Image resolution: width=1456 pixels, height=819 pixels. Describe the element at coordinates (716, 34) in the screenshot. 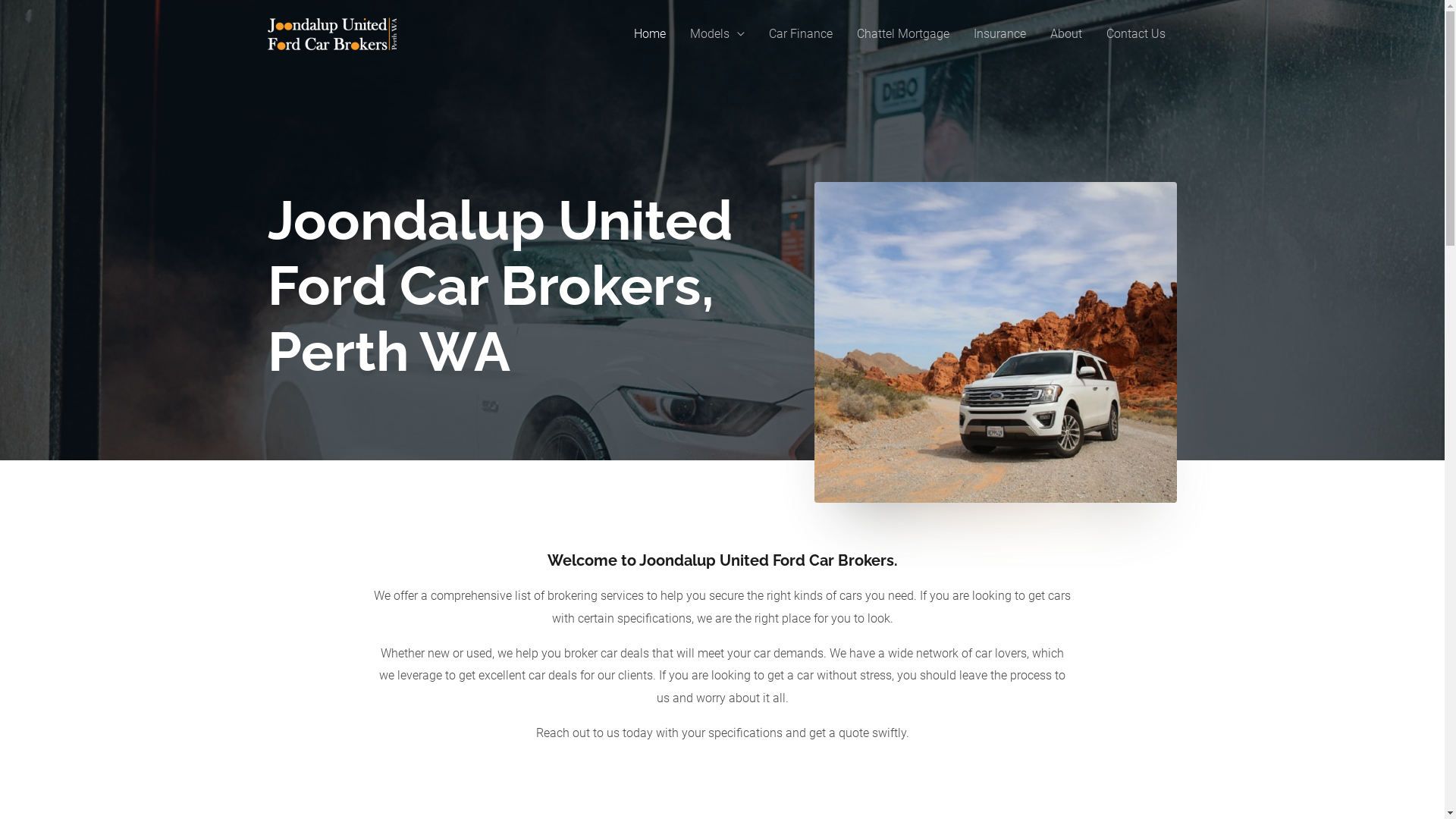

I see `'Models'` at that location.